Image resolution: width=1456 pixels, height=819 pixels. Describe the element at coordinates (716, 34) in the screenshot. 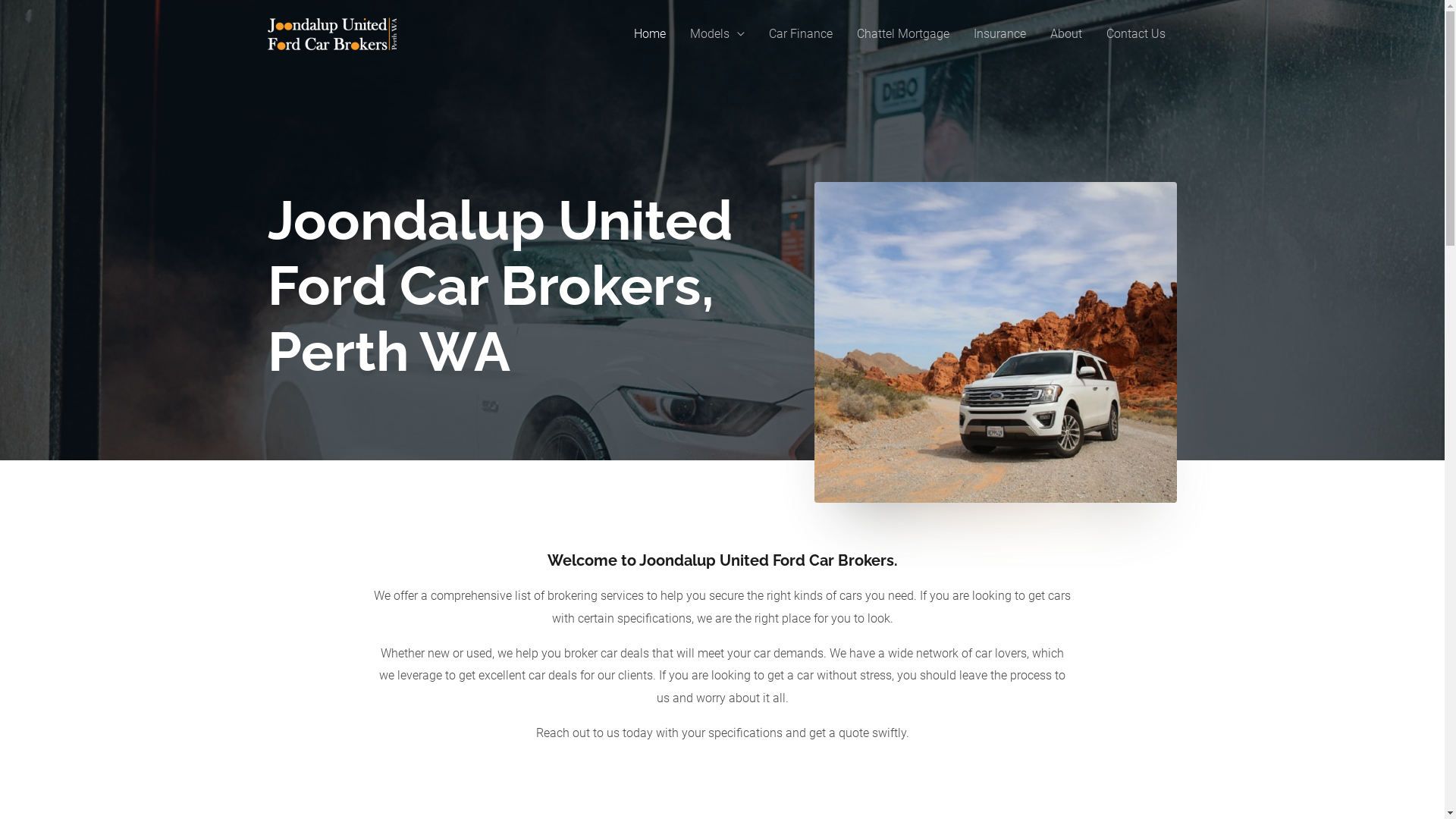

I see `'Models'` at that location.